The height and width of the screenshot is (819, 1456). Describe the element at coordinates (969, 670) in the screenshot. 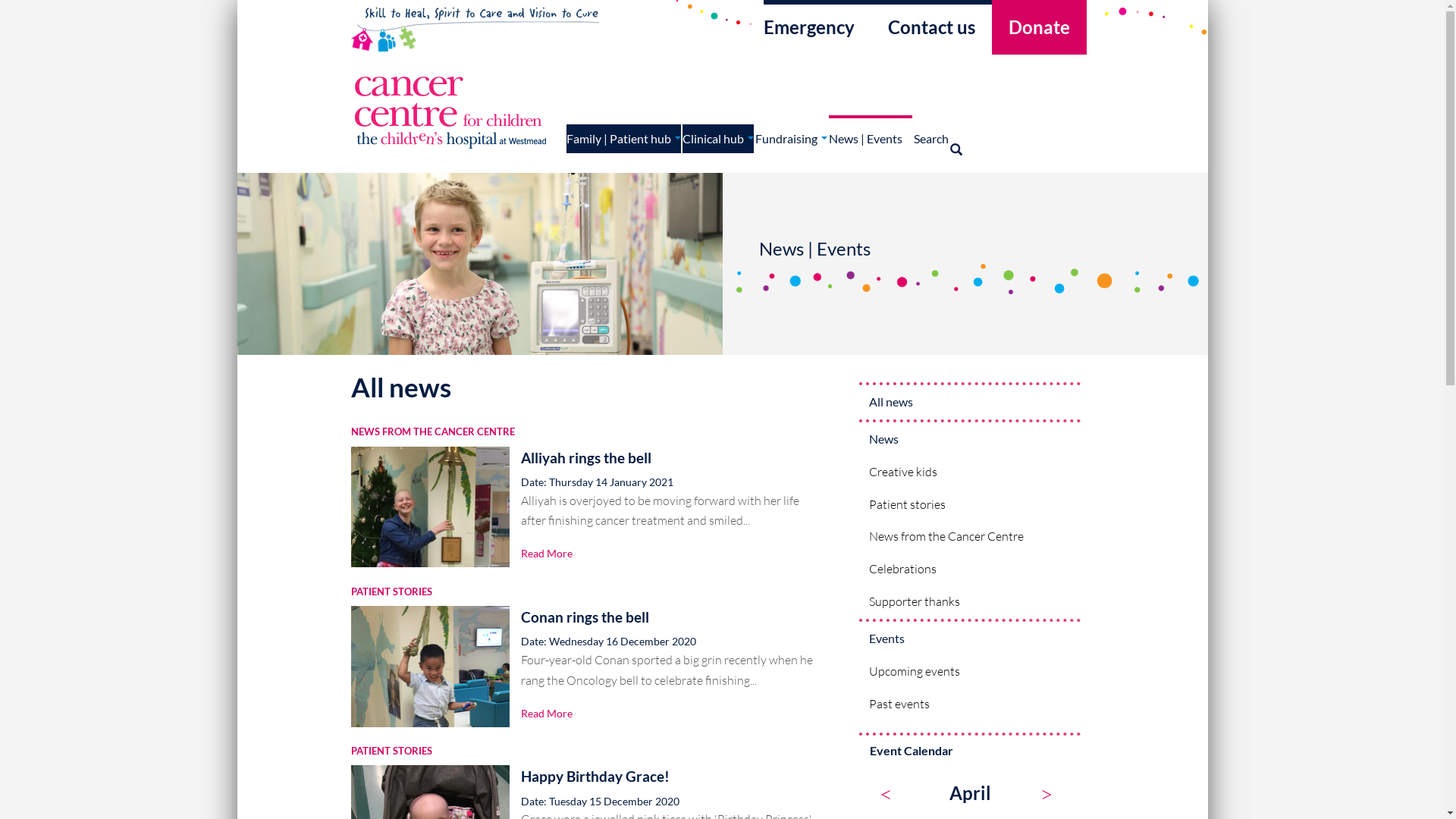

I see `'Upcoming events'` at that location.